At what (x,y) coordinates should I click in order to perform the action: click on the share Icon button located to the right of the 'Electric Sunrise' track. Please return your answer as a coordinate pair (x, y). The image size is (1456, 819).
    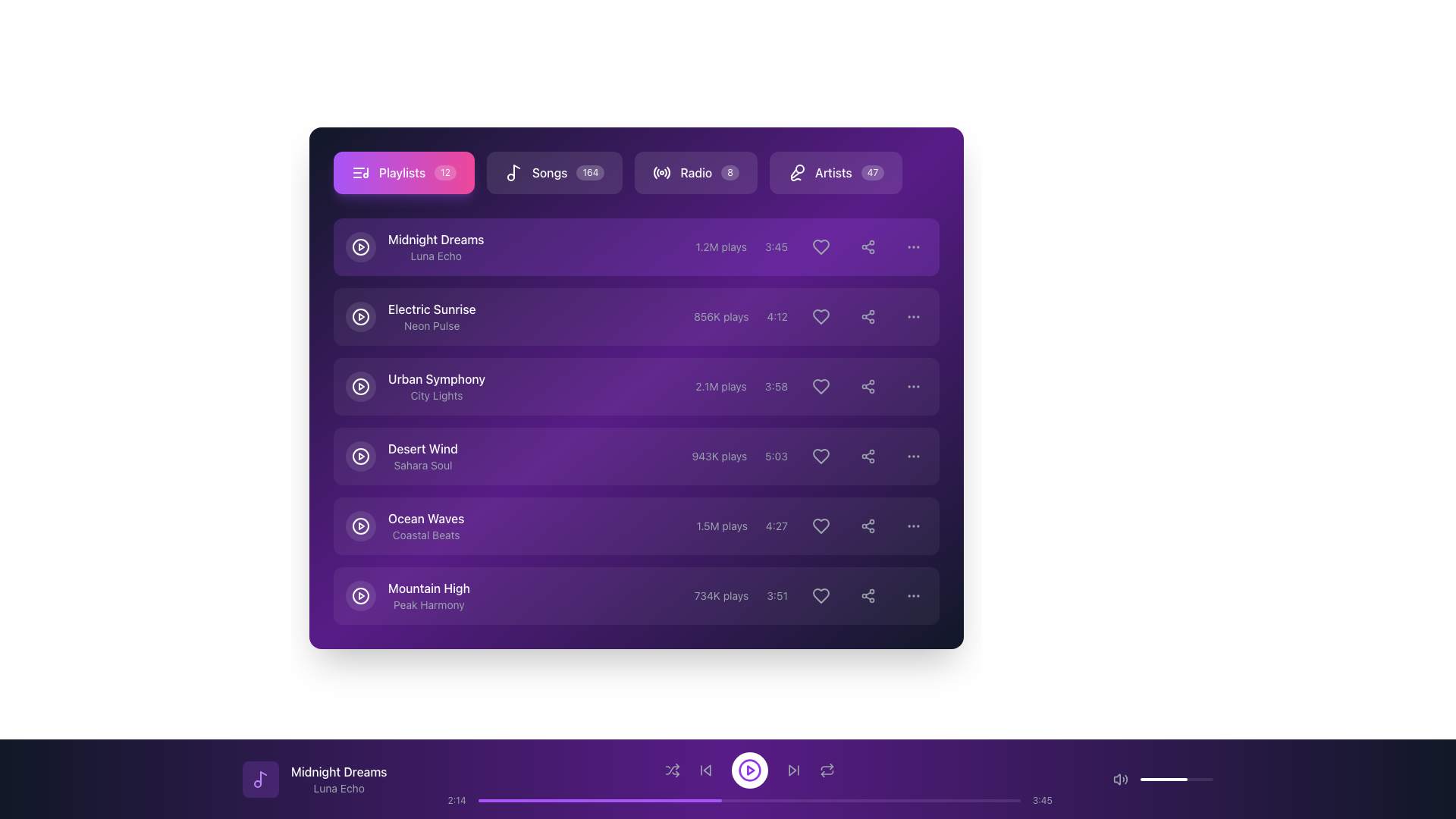
    Looking at the image, I should click on (868, 315).